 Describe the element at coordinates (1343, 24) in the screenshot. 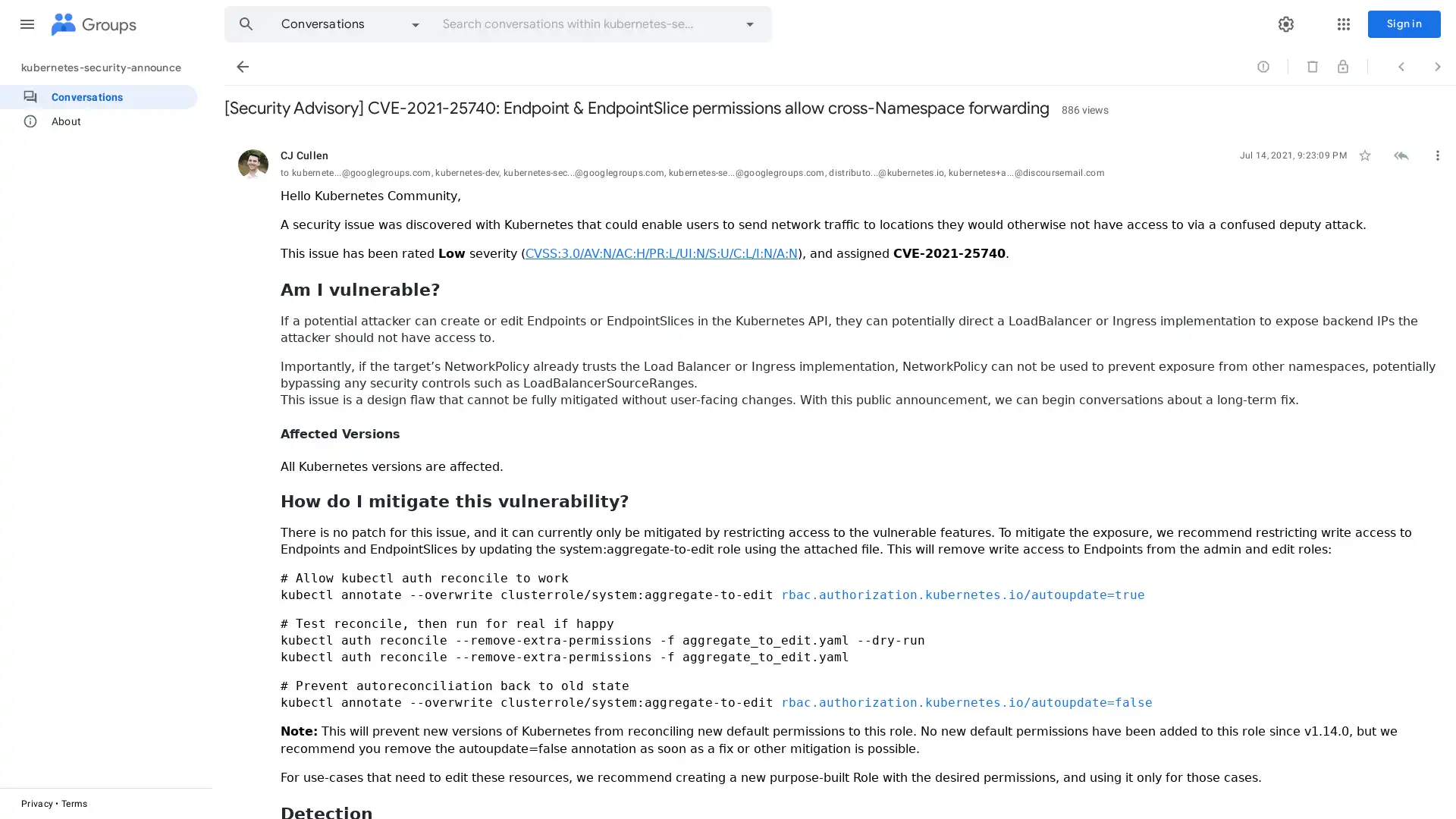

I see `Google apps` at that location.